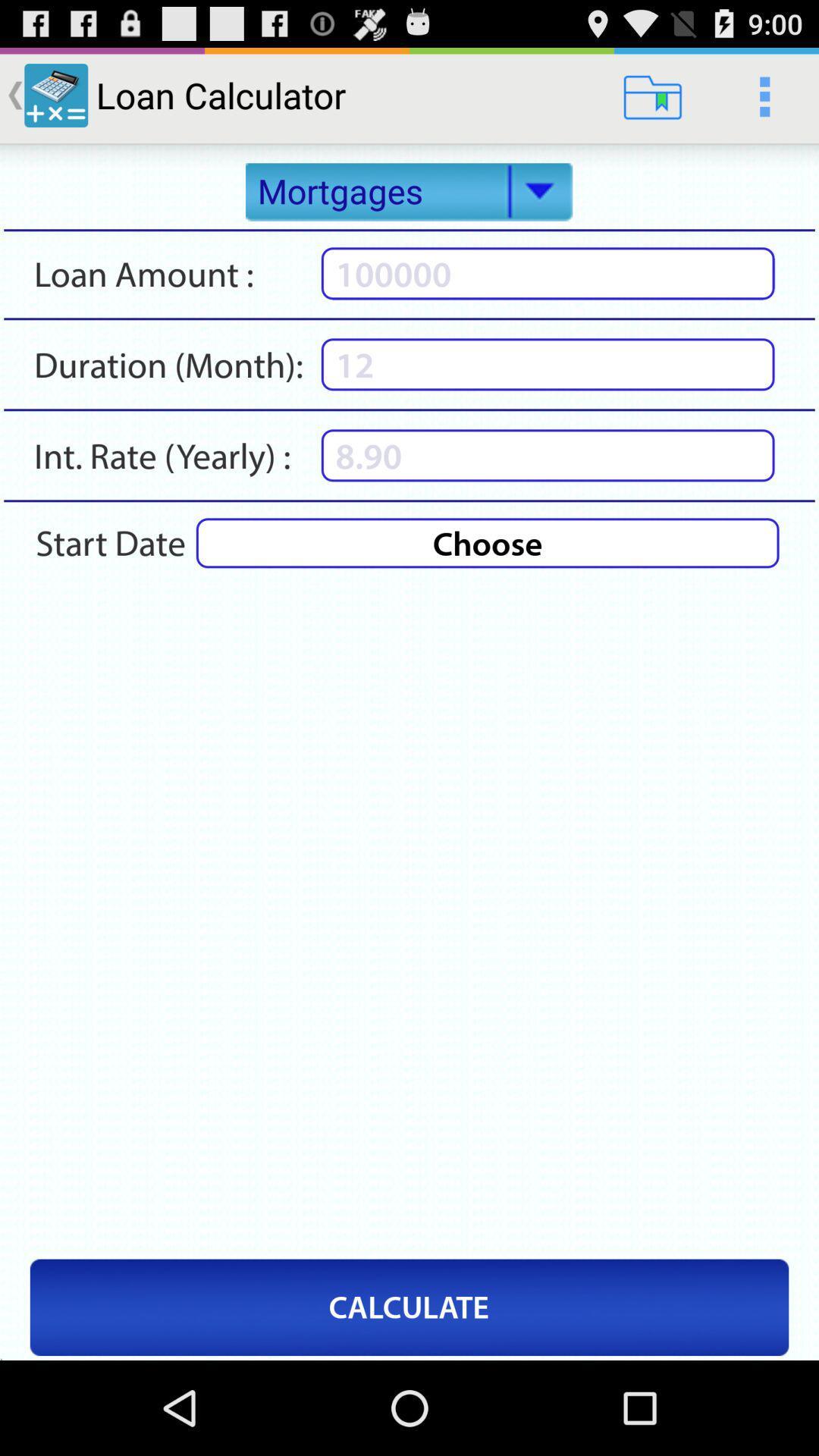  What do you see at coordinates (548, 273) in the screenshot?
I see `a numerical value` at bounding box center [548, 273].